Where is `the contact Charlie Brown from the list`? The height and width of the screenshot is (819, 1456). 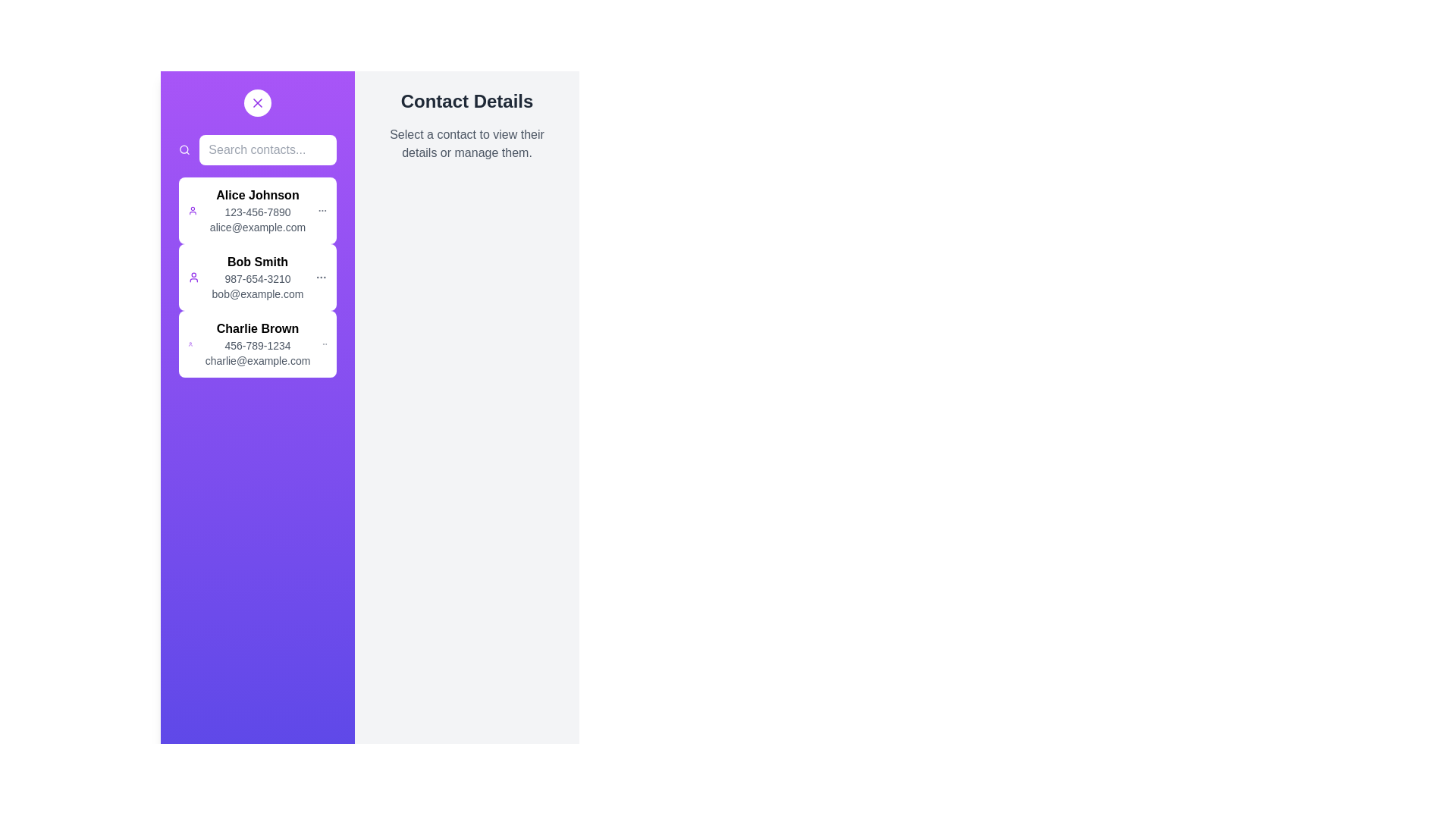 the contact Charlie Brown from the list is located at coordinates (258, 344).